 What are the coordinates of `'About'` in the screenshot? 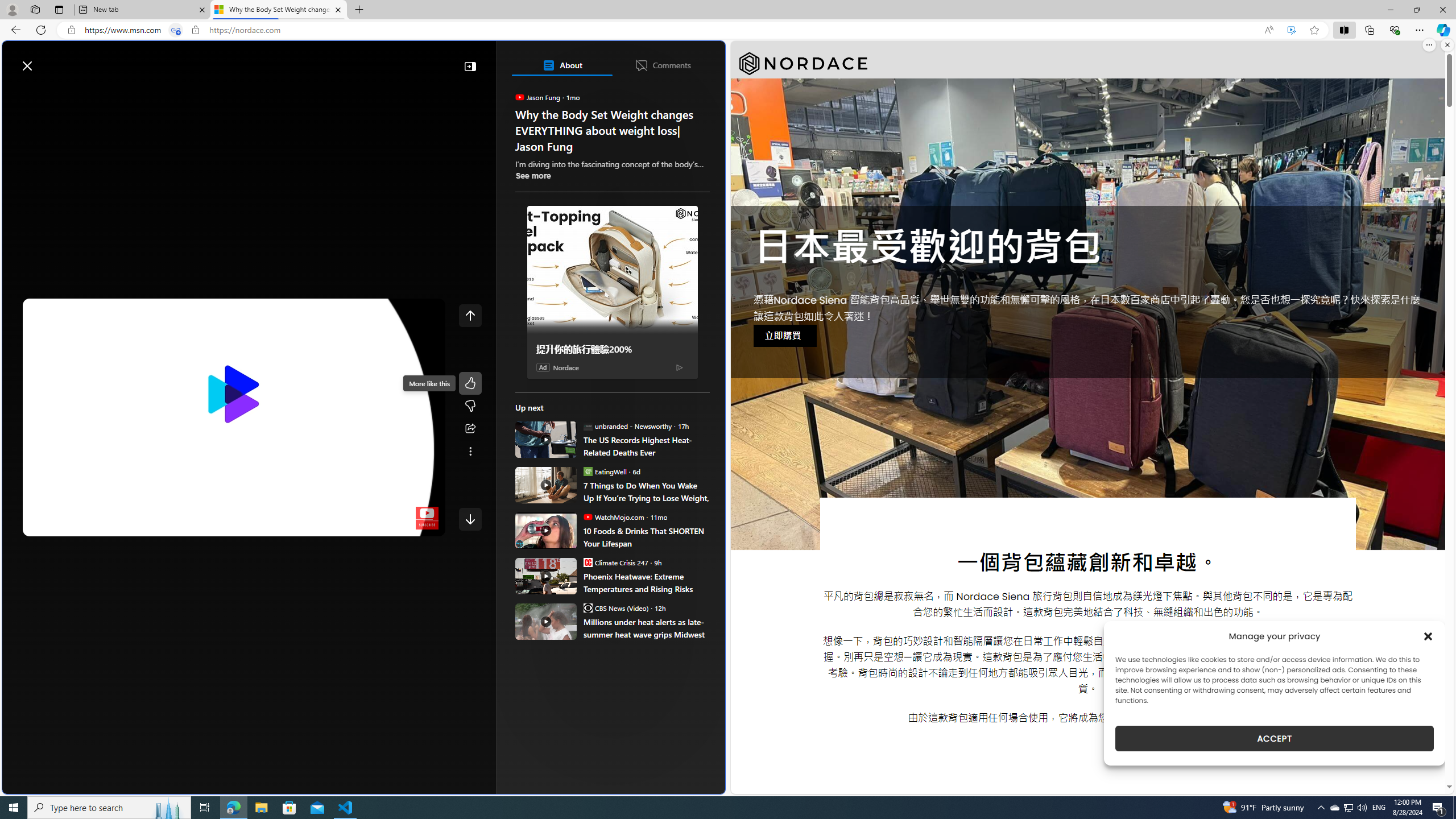 It's located at (561, 65).